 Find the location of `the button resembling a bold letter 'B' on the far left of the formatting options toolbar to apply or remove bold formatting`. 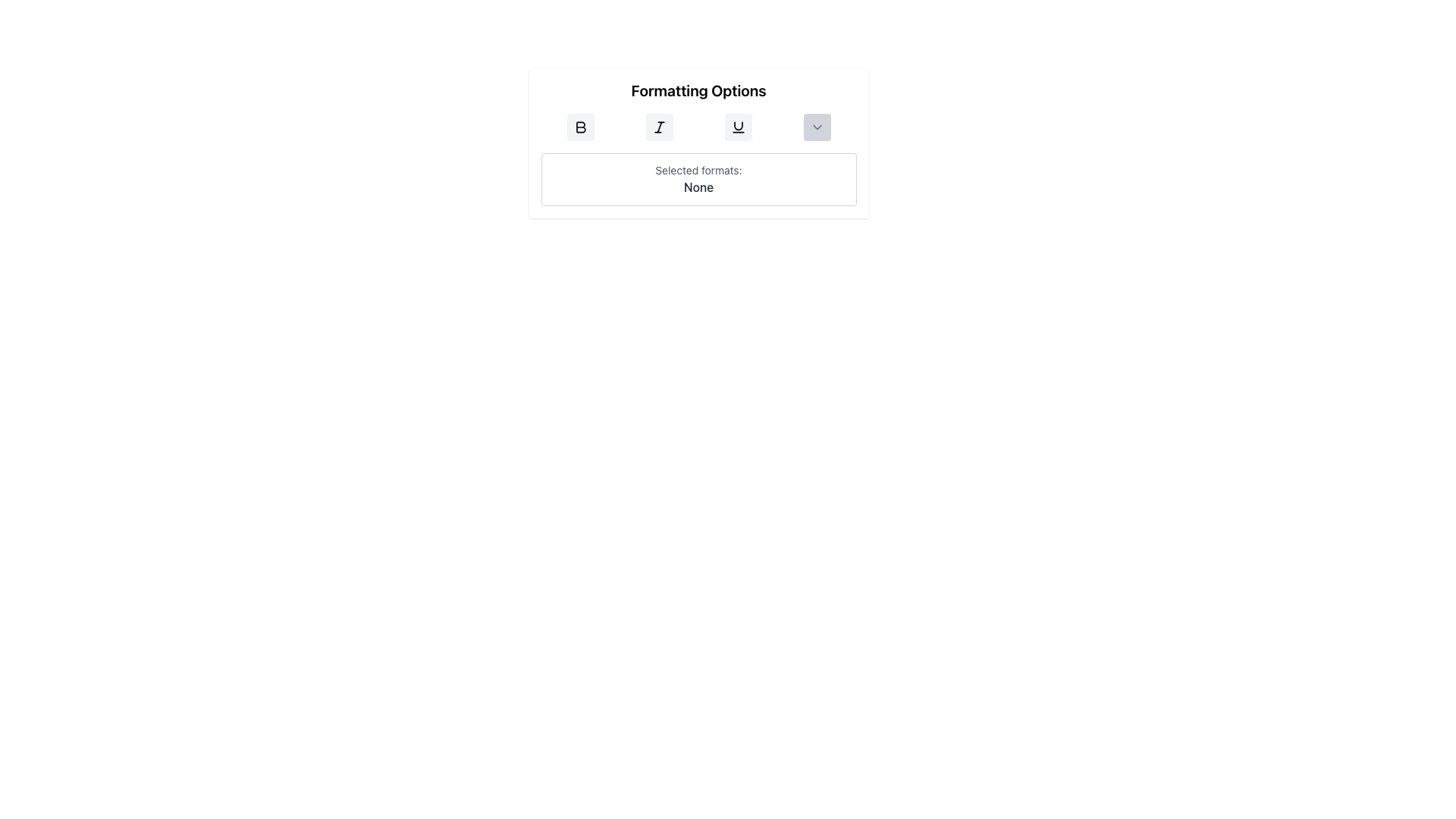

the button resembling a bold letter 'B' on the far left of the formatting options toolbar to apply or remove bold formatting is located at coordinates (579, 127).